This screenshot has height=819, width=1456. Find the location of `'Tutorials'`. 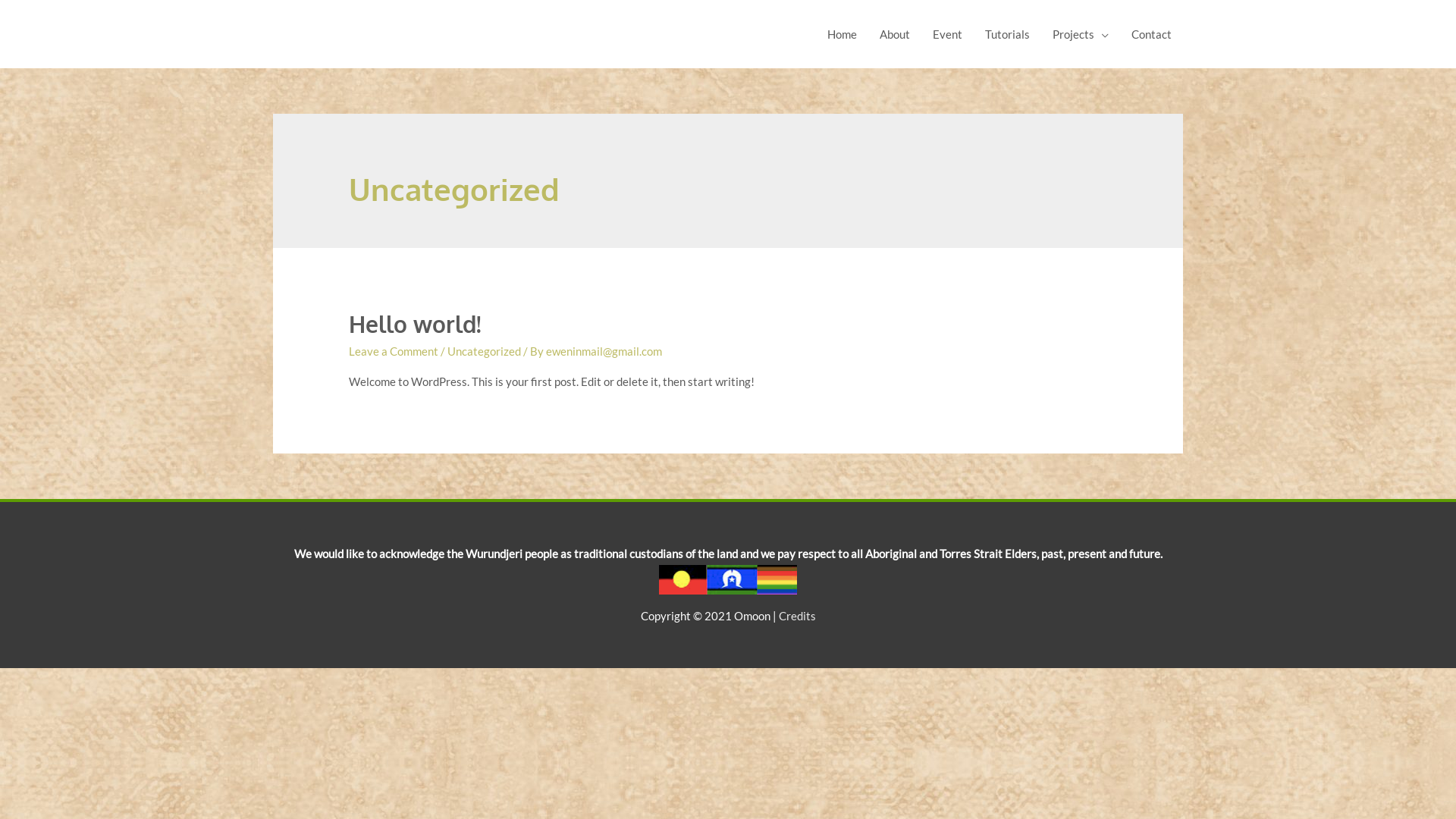

'Tutorials' is located at coordinates (1007, 34).